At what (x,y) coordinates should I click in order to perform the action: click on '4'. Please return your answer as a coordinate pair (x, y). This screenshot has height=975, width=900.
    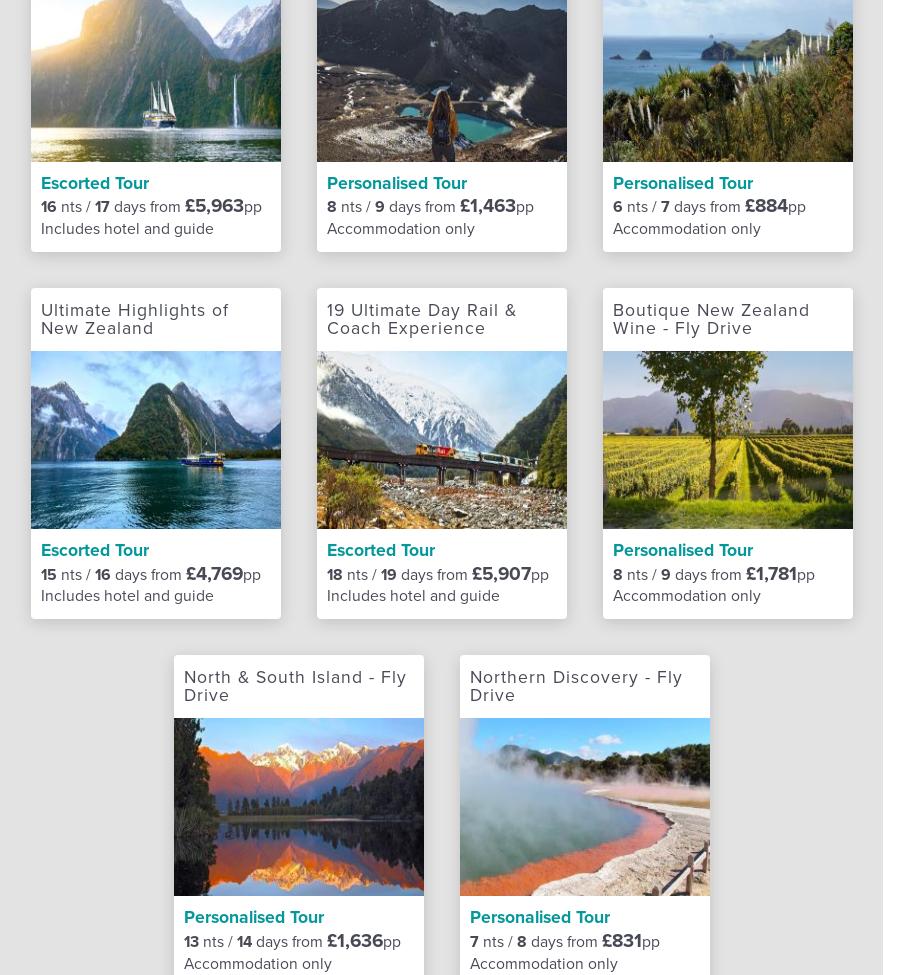
    Looking at the image, I should click on (393, 67).